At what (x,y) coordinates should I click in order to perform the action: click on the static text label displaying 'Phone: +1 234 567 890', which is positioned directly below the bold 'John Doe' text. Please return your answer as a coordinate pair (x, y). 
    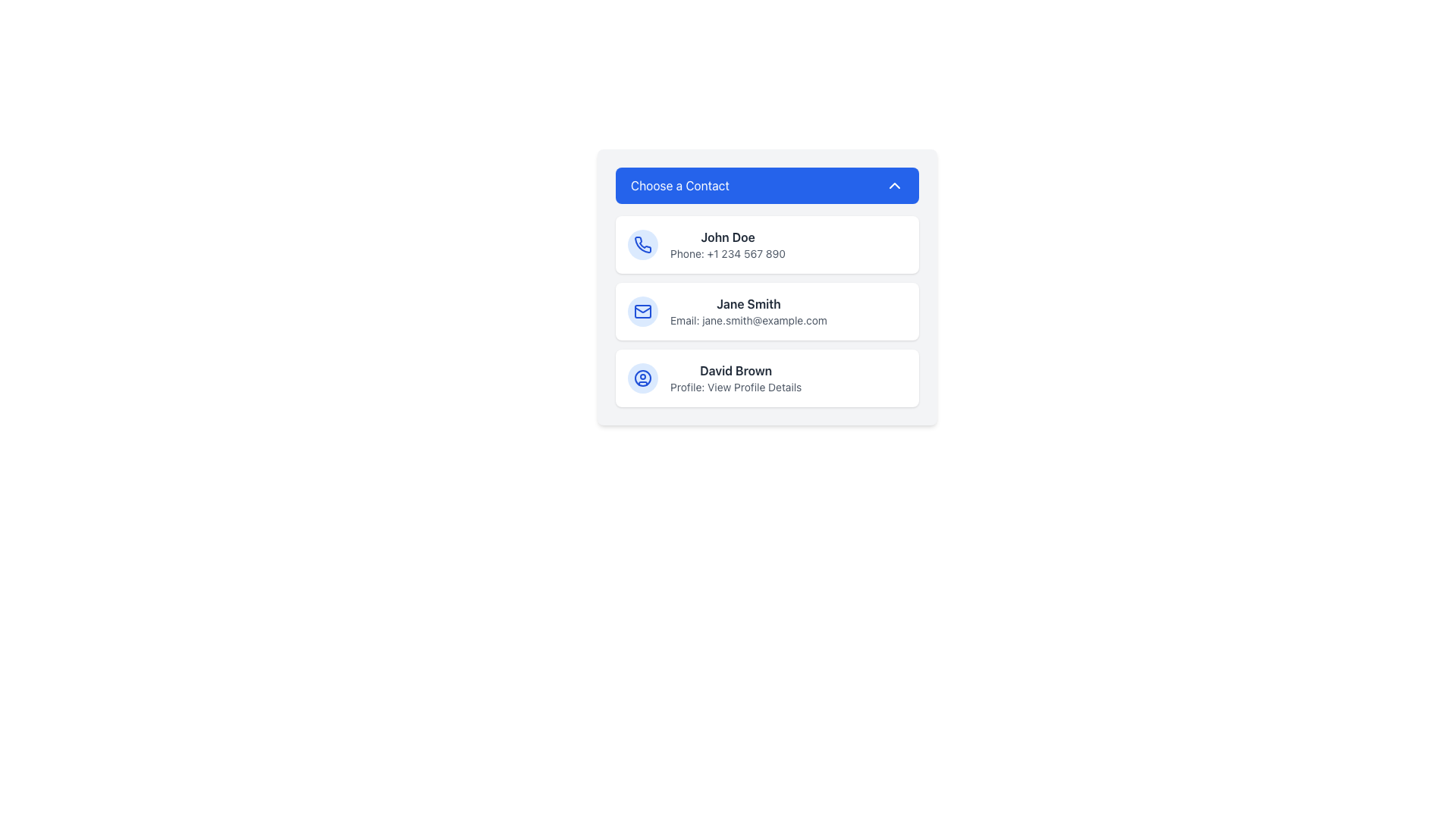
    Looking at the image, I should click on (728, 253).